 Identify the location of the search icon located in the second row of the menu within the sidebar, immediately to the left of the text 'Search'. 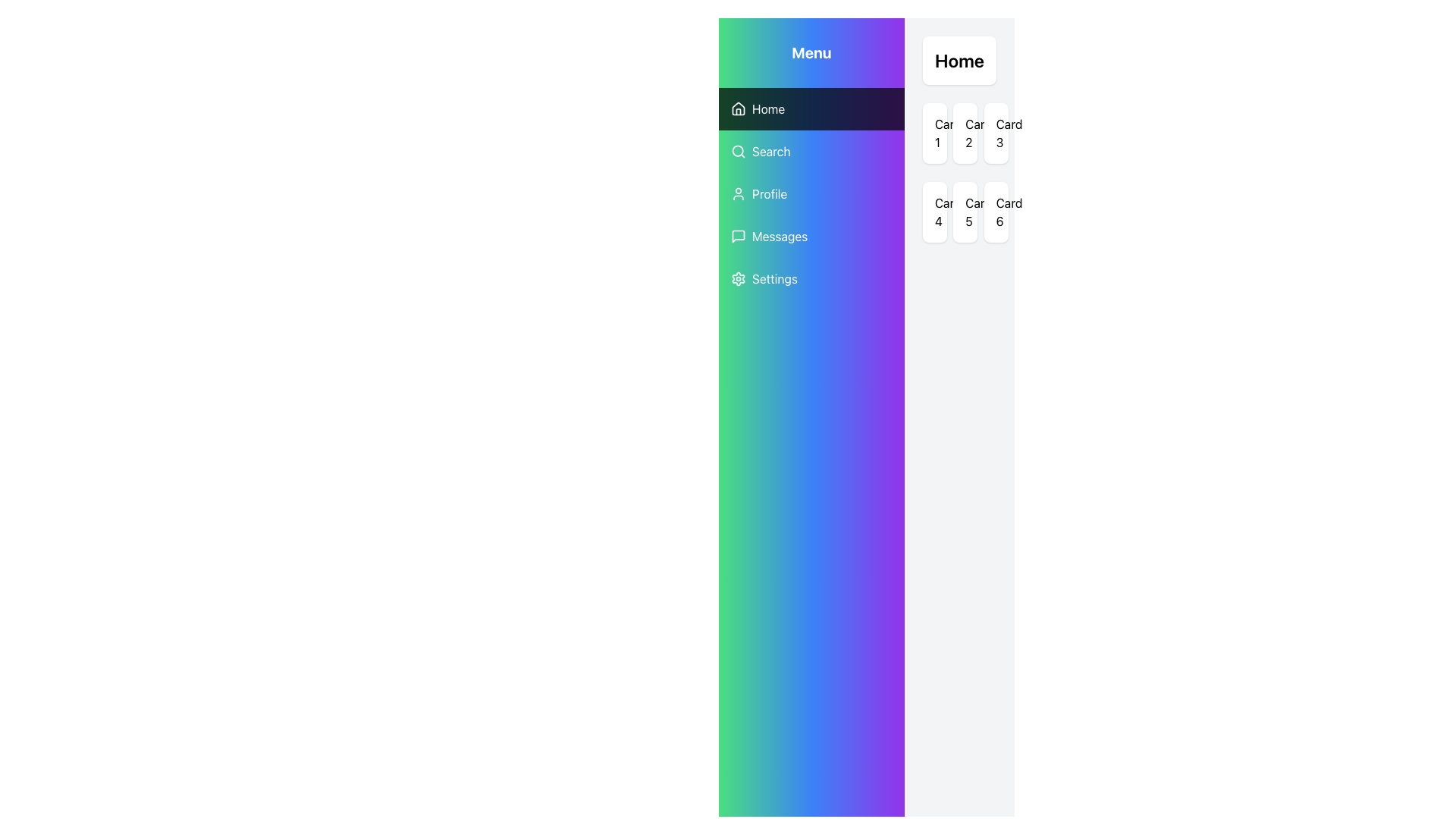
(739, 152).